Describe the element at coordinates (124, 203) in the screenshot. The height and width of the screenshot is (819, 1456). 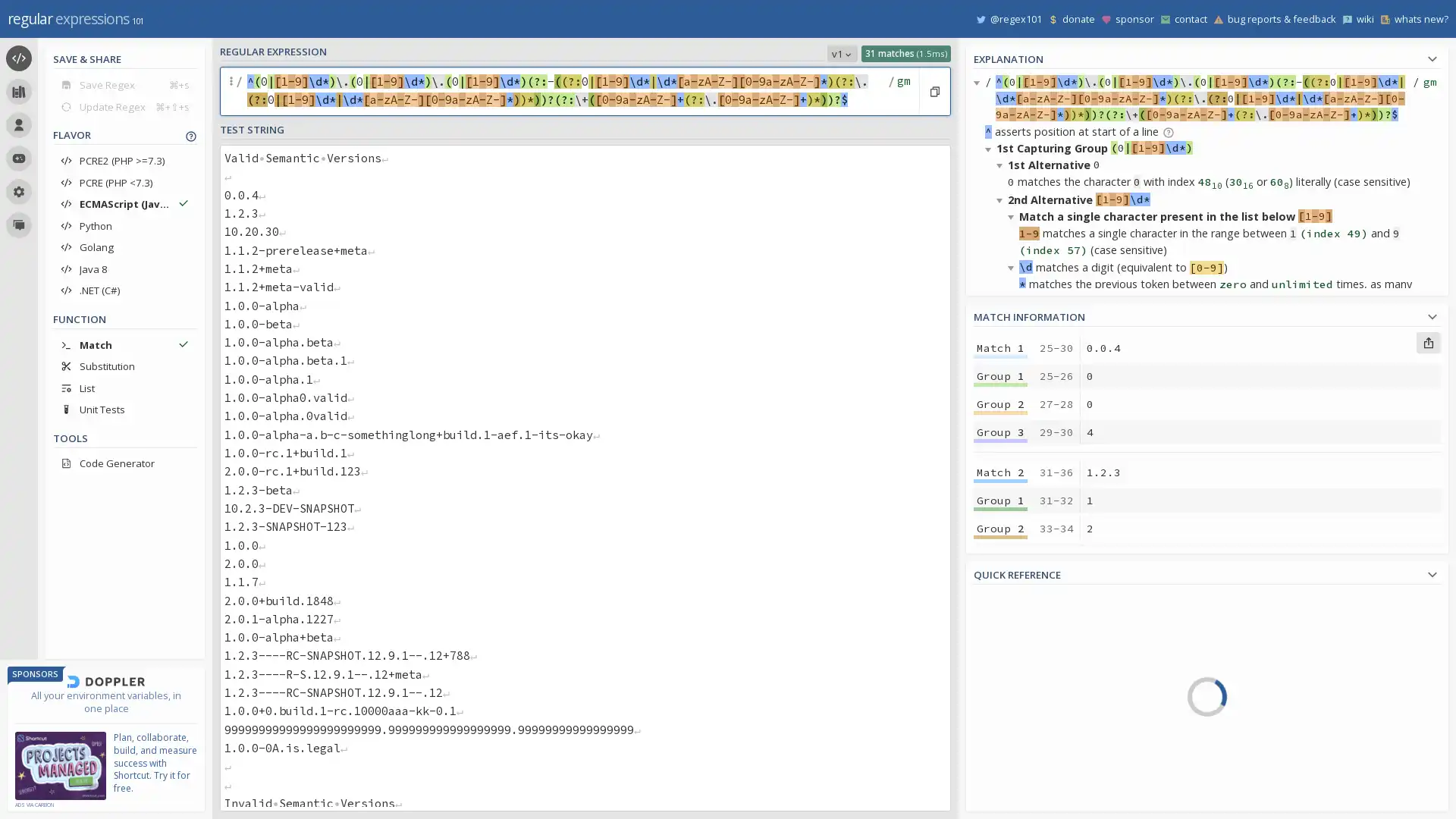
I see `ECMAScript (JavaScript)` at that location.